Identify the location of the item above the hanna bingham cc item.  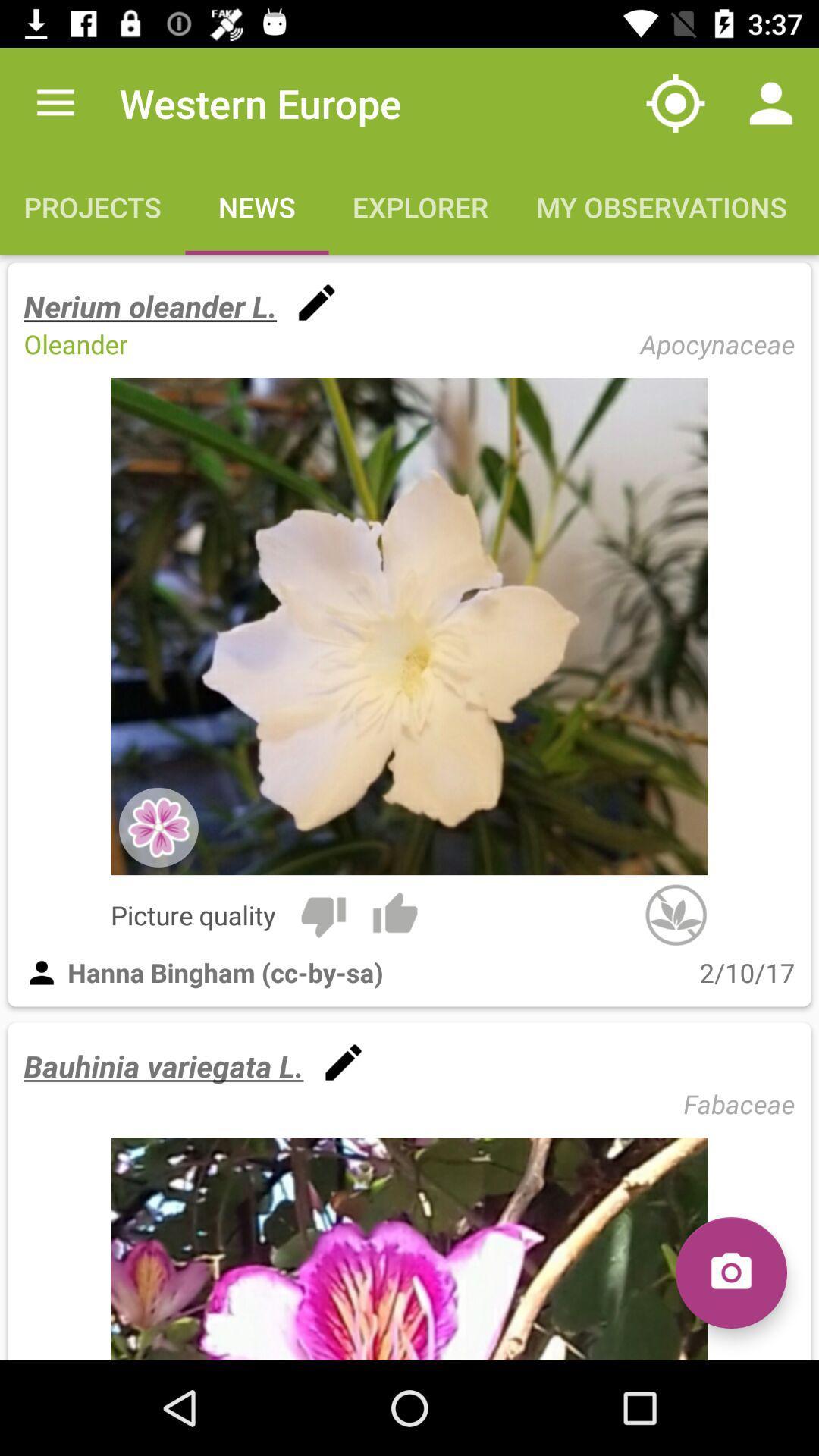
(322, 914).